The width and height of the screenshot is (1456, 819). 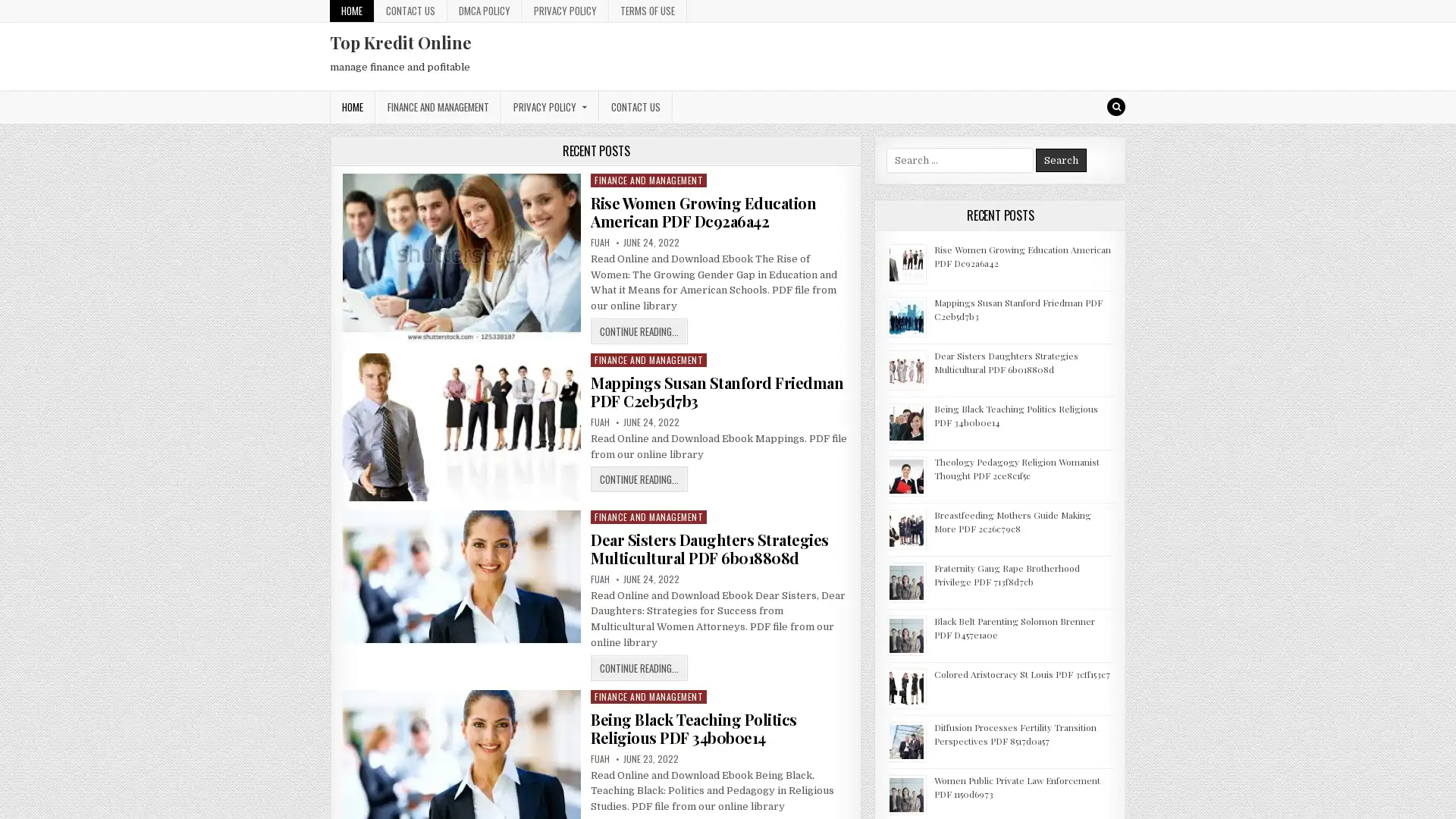 What do you see at coordinates (1060, 160) in the screenshot?
I see `Search` at bounding box center [1060, 160].